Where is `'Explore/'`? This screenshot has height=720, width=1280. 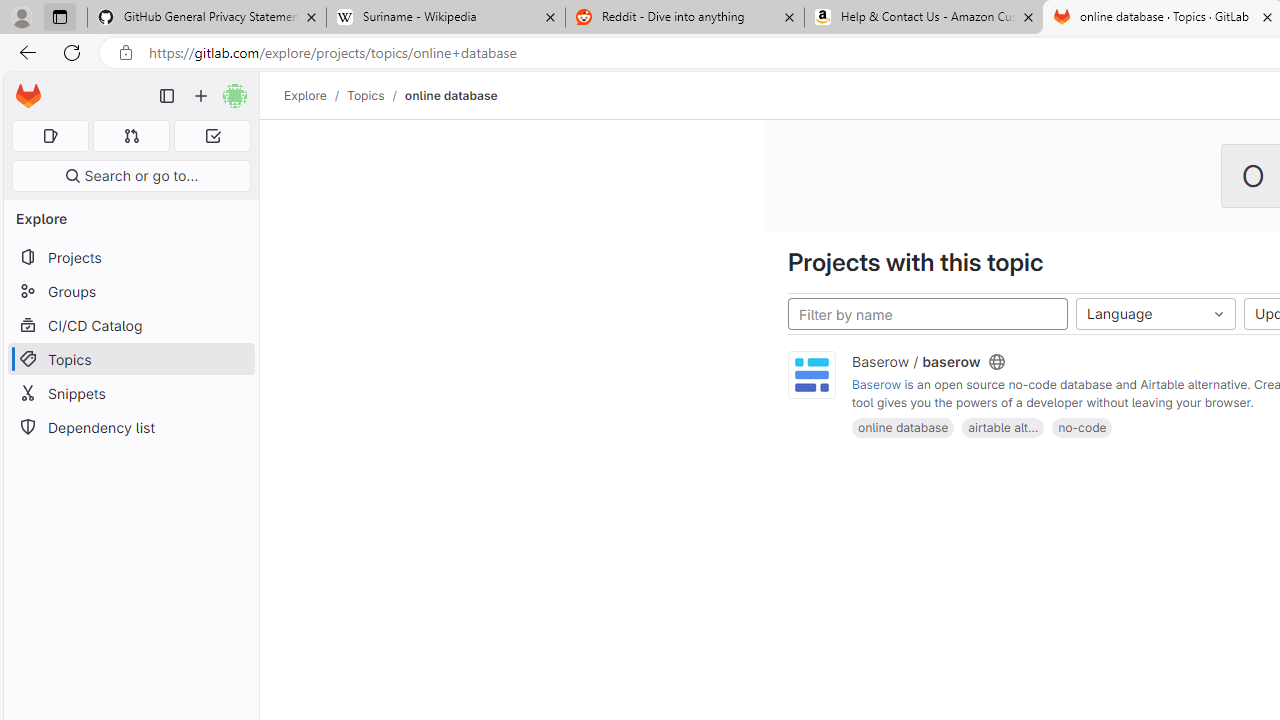 'Explore/' is located at coordinates (315, 95).